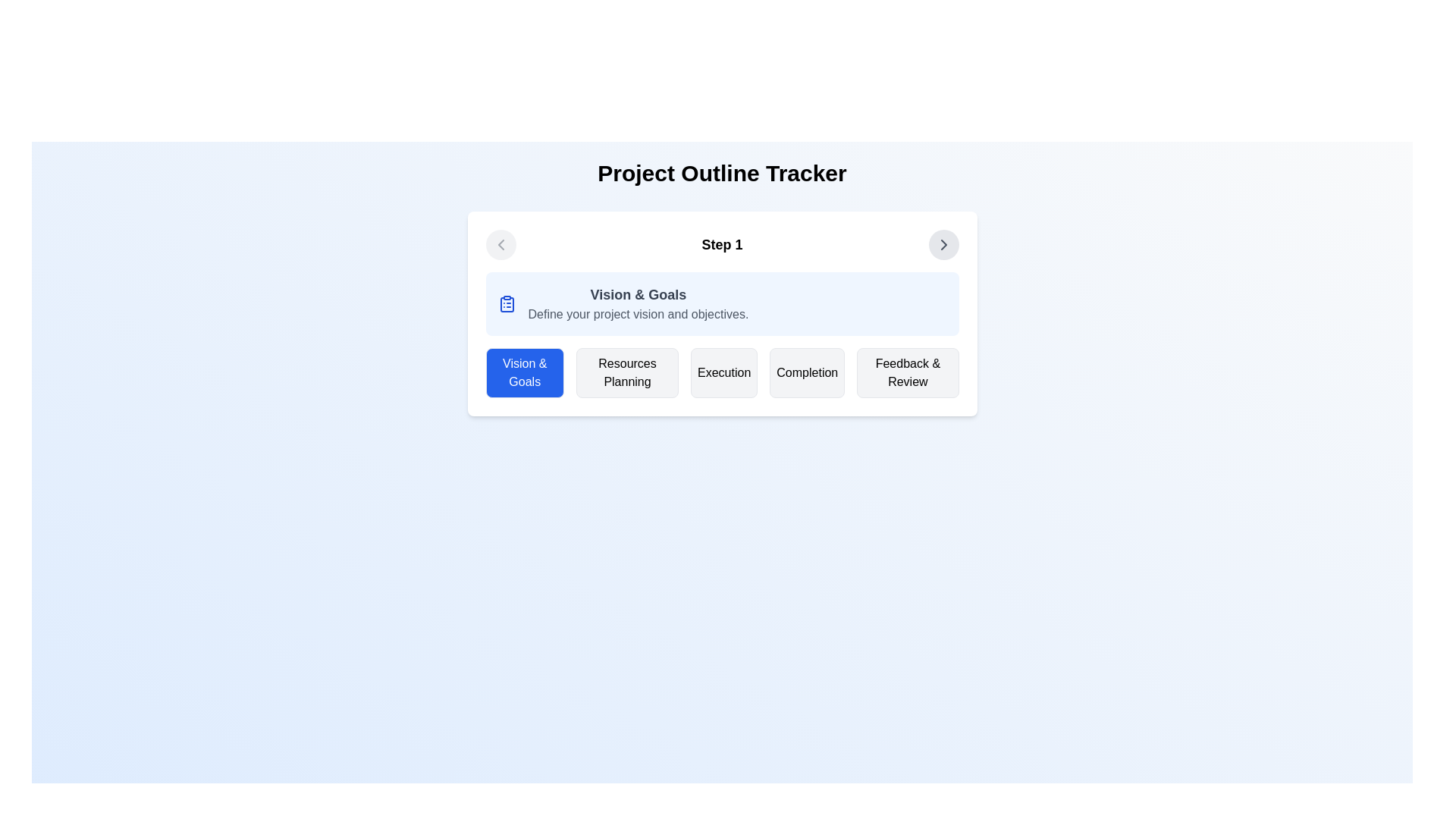 The image size is (1456, 819). I want to click on the static text label that indicates the current step in a multi-step process, centrally located above a section header and content panel, so click(721, 244).